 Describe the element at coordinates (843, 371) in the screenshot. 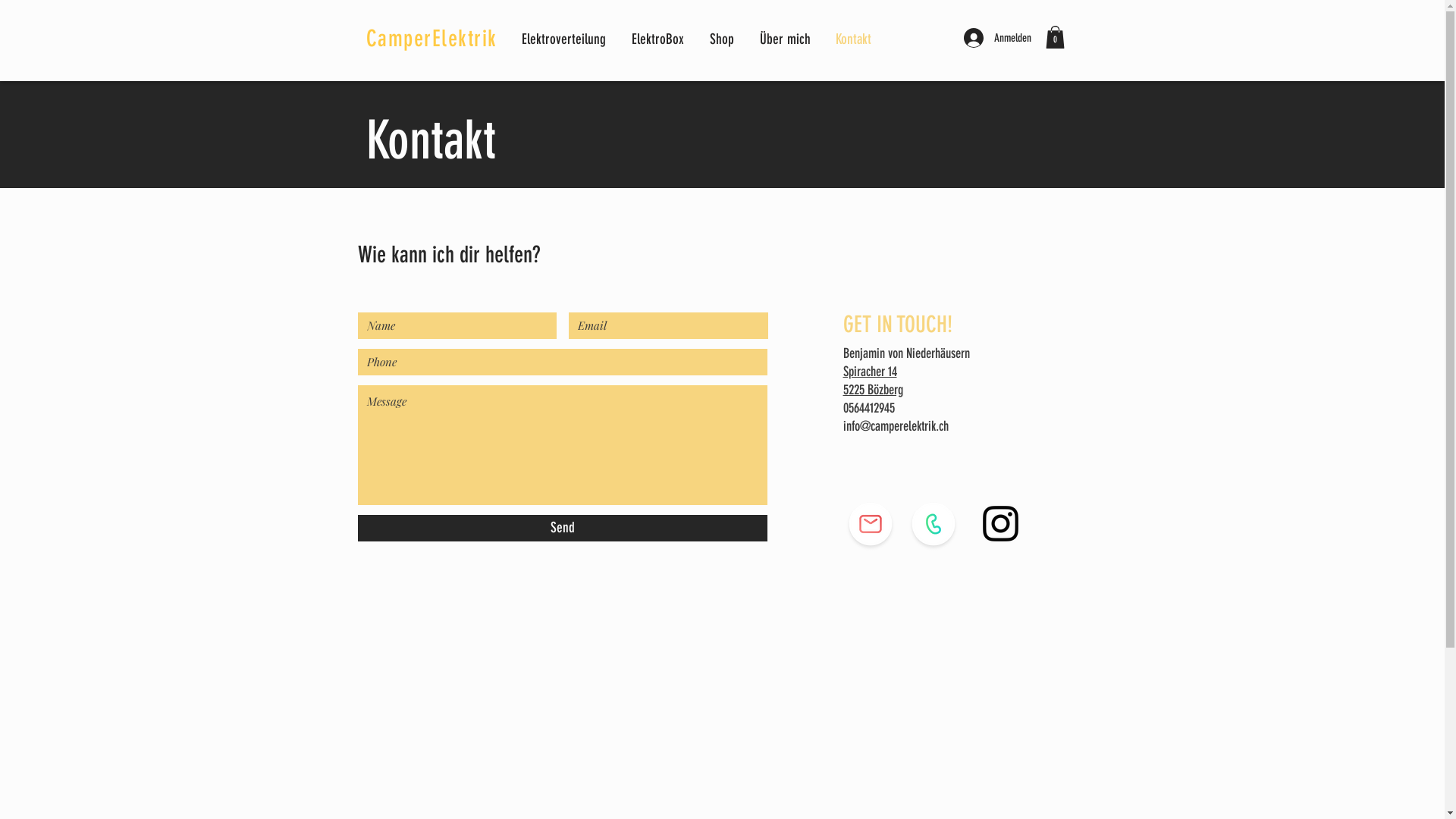

I see `'Spiracher 14'` at that location.